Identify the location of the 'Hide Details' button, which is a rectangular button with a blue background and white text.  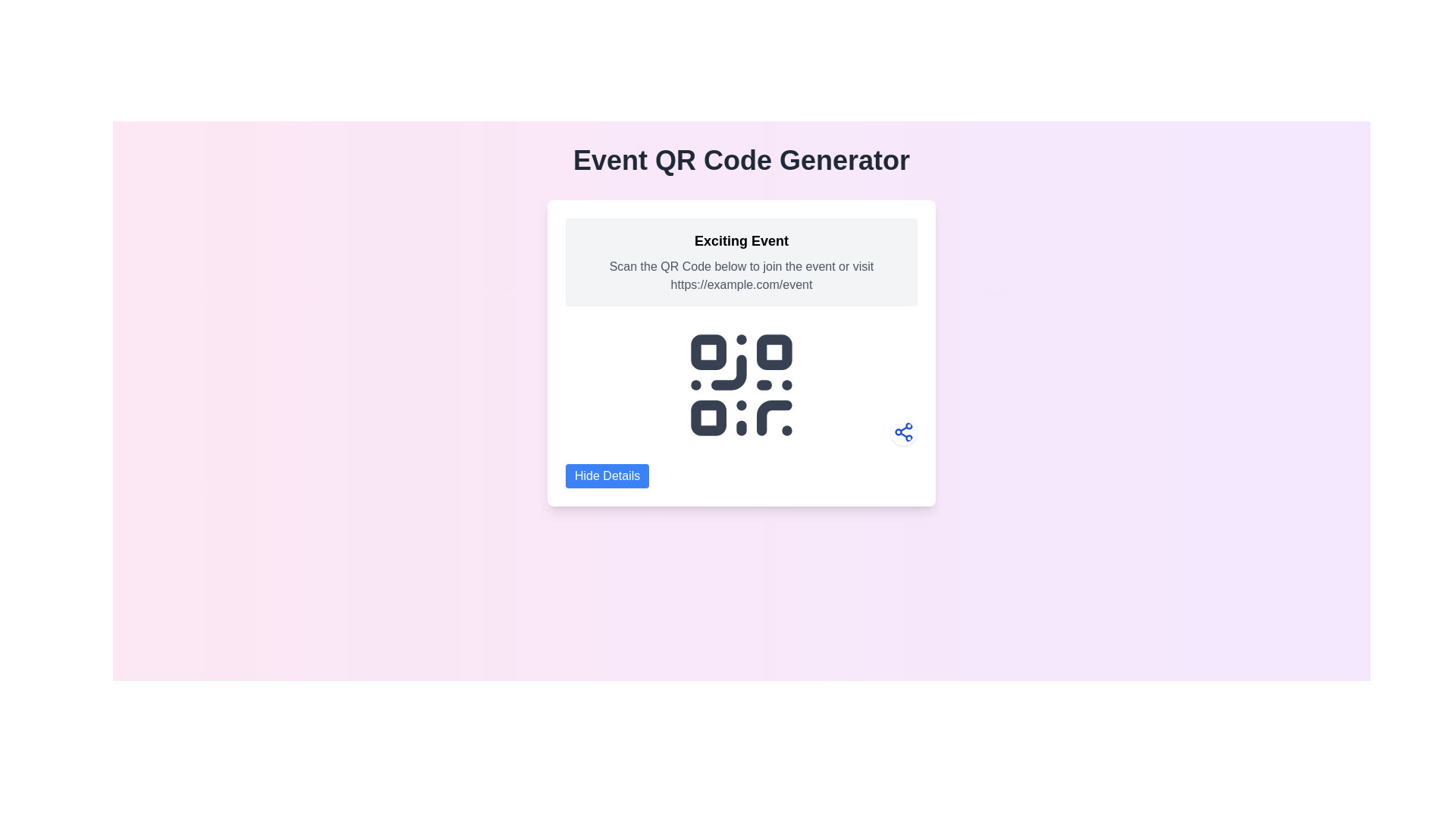
(607, 475).